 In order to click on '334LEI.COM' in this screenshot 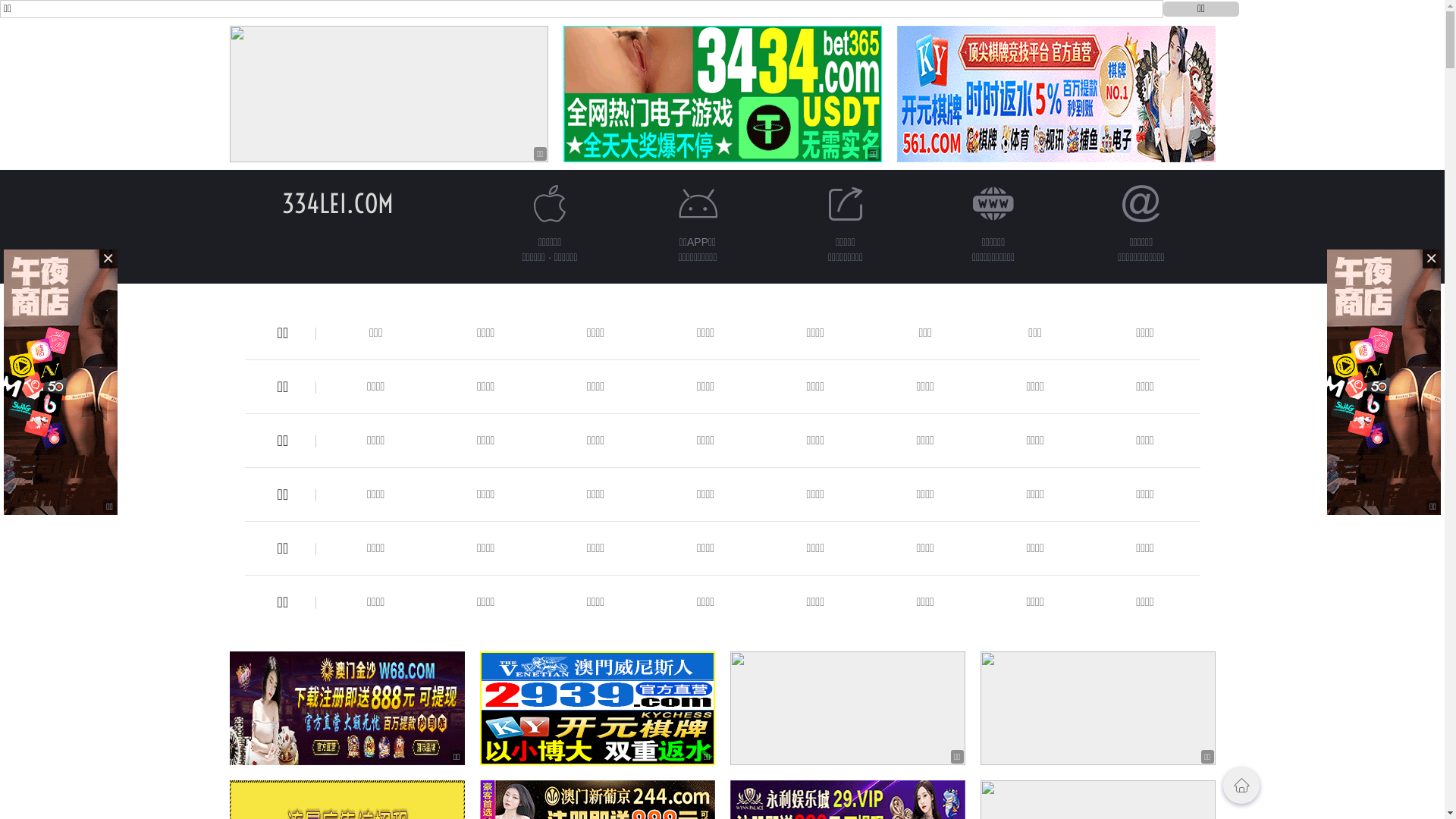, I will do `click(337, 202)`.